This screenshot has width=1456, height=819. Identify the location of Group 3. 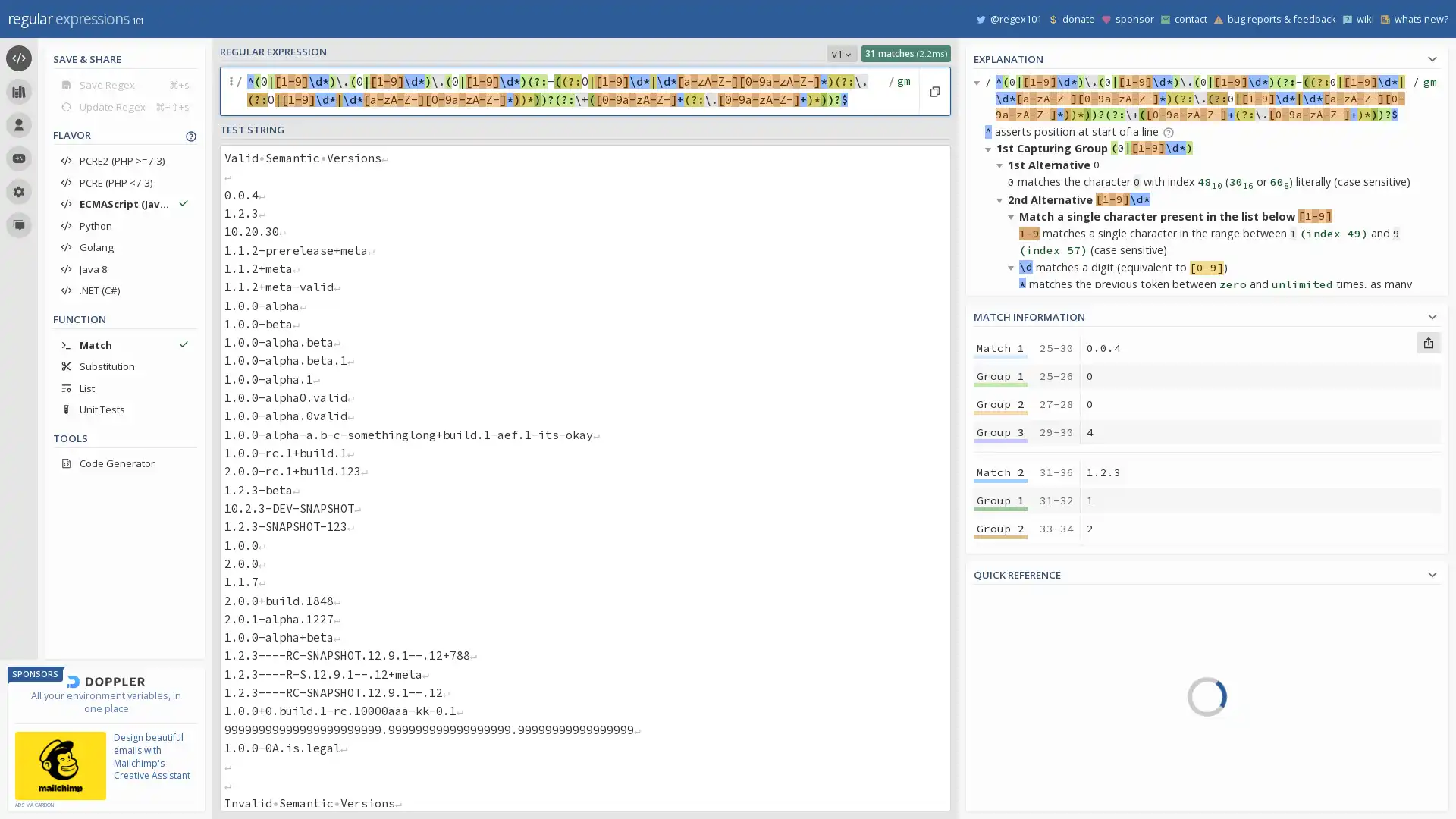
(1000, 556).